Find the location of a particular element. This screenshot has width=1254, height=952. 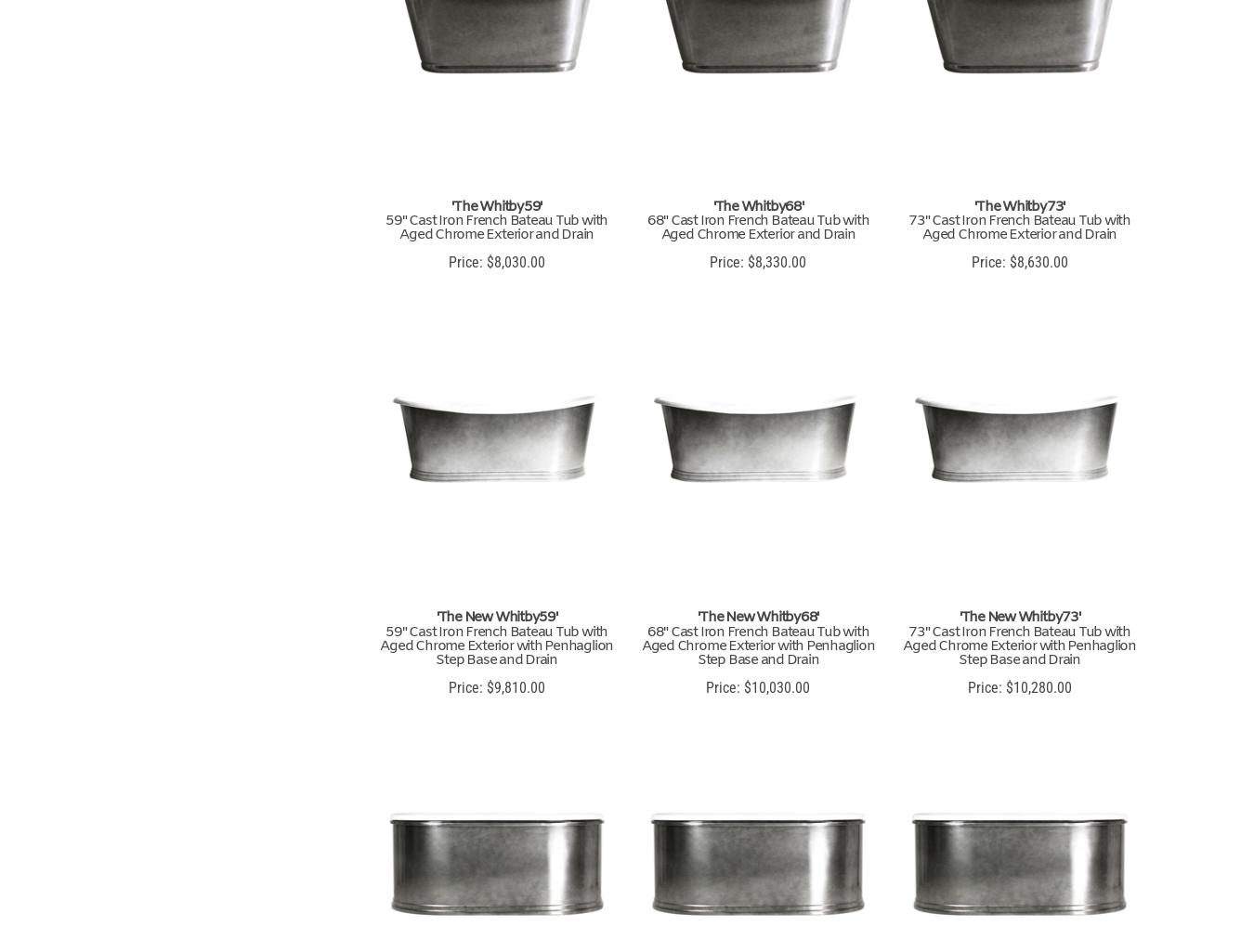

'73" Cast Iron French Bateau Tub with Aged Chrome Exterior with Penhaglion Step Base and Drain' is located at coordinates (1019, 646).